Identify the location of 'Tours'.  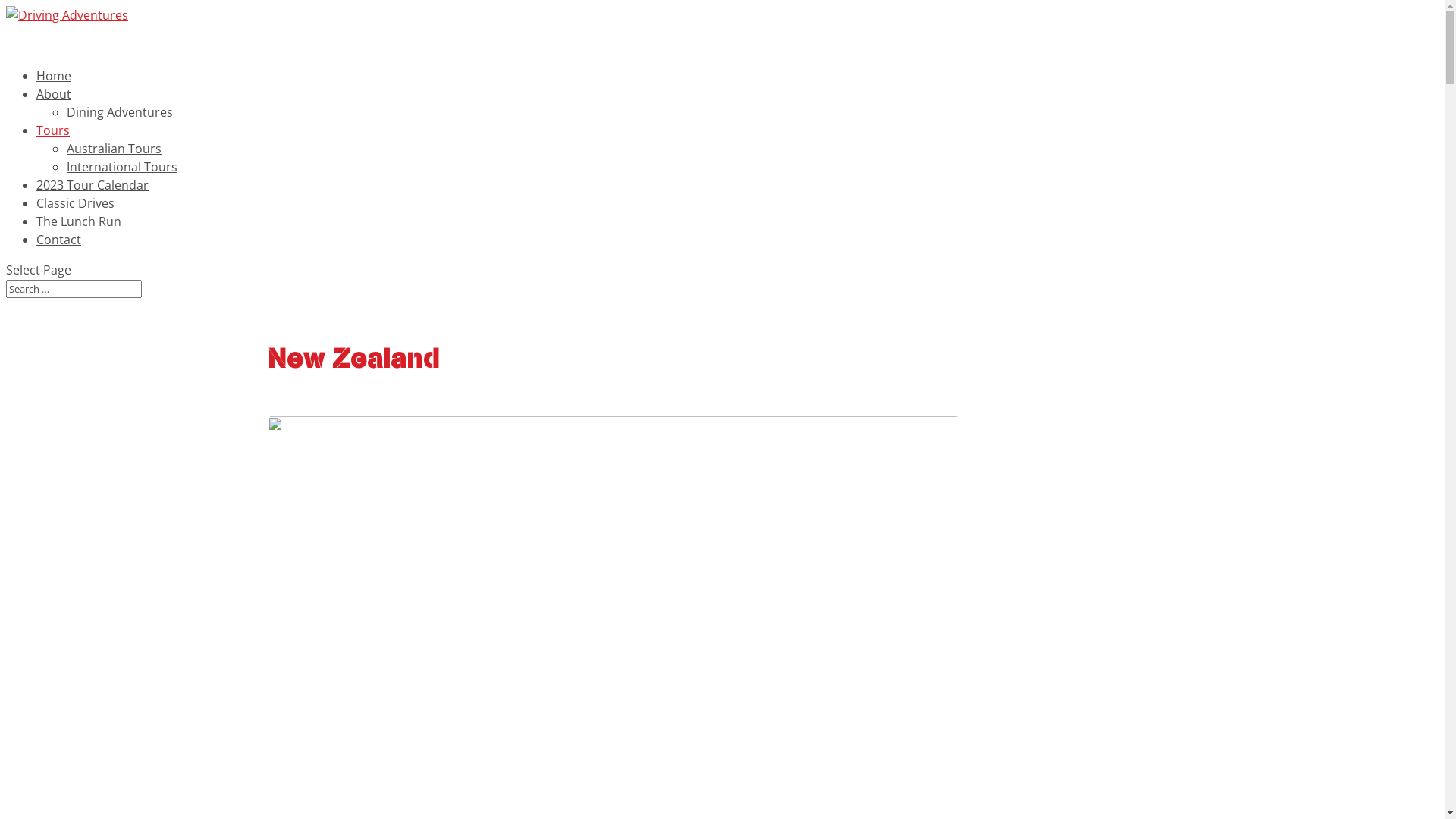
(53, 146).